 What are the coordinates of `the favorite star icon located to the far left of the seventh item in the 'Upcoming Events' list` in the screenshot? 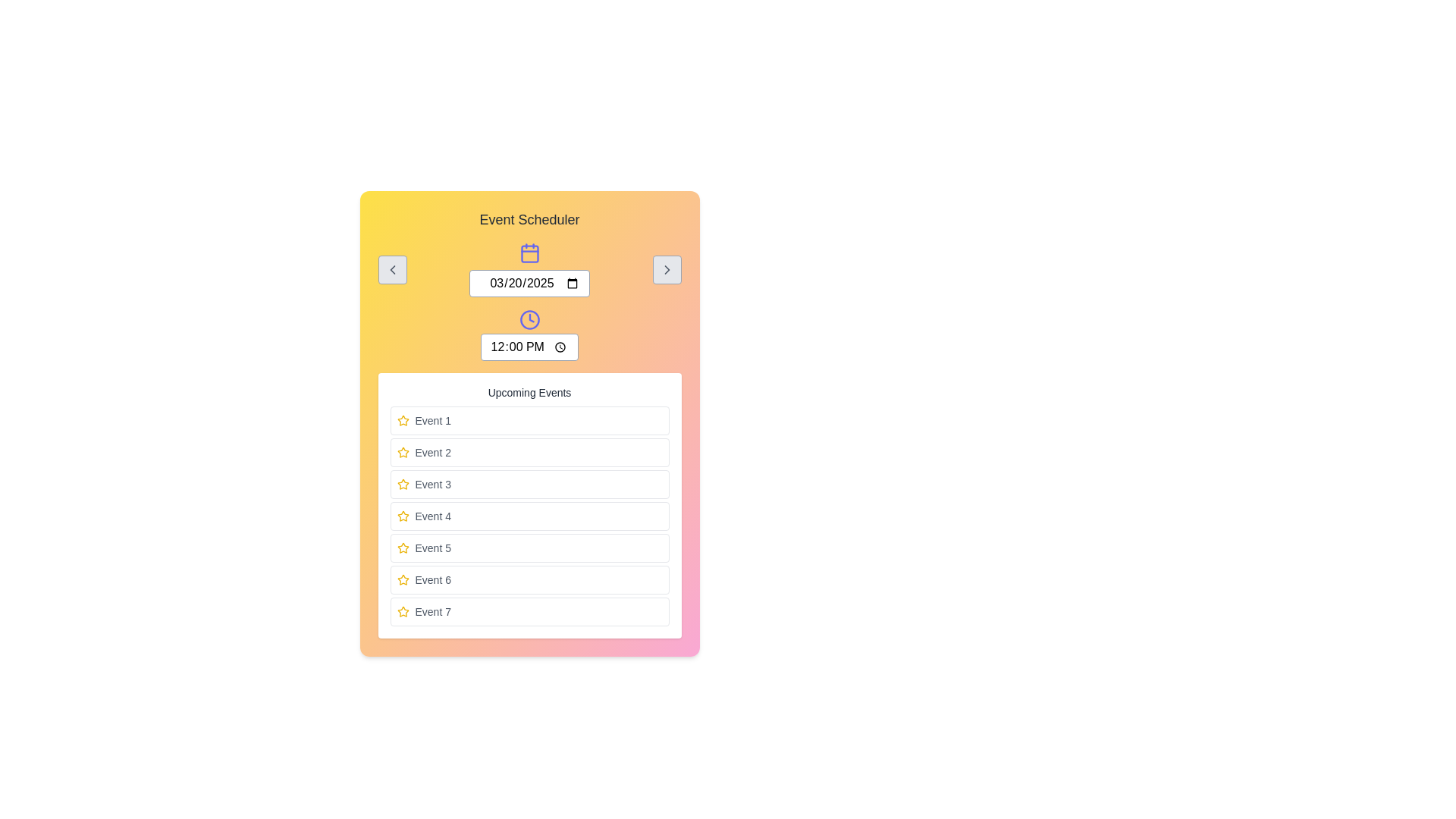 It's located at (403, 610).